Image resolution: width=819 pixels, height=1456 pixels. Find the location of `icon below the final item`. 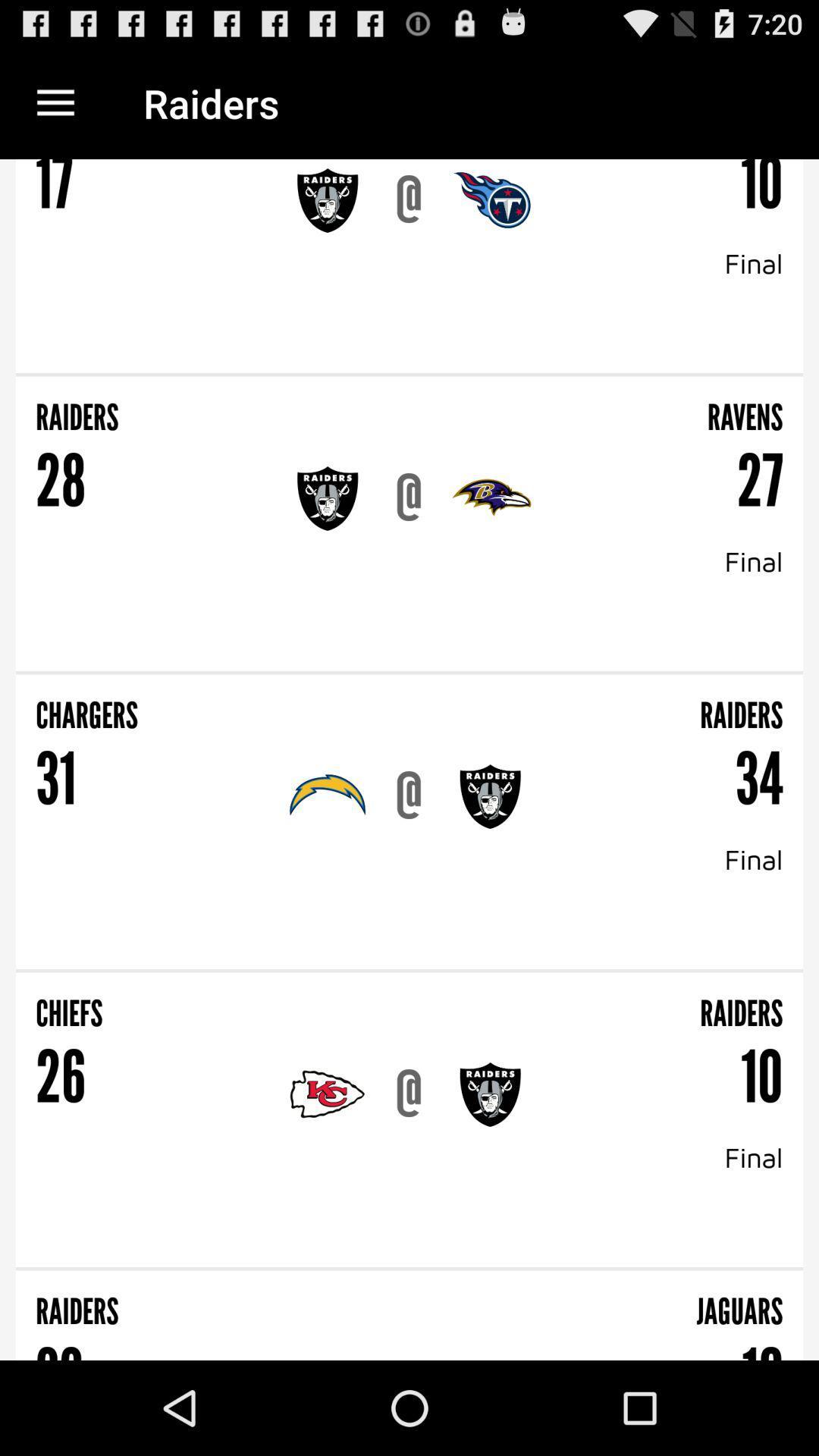

icon below the final item is located at coordinates (409, 971).